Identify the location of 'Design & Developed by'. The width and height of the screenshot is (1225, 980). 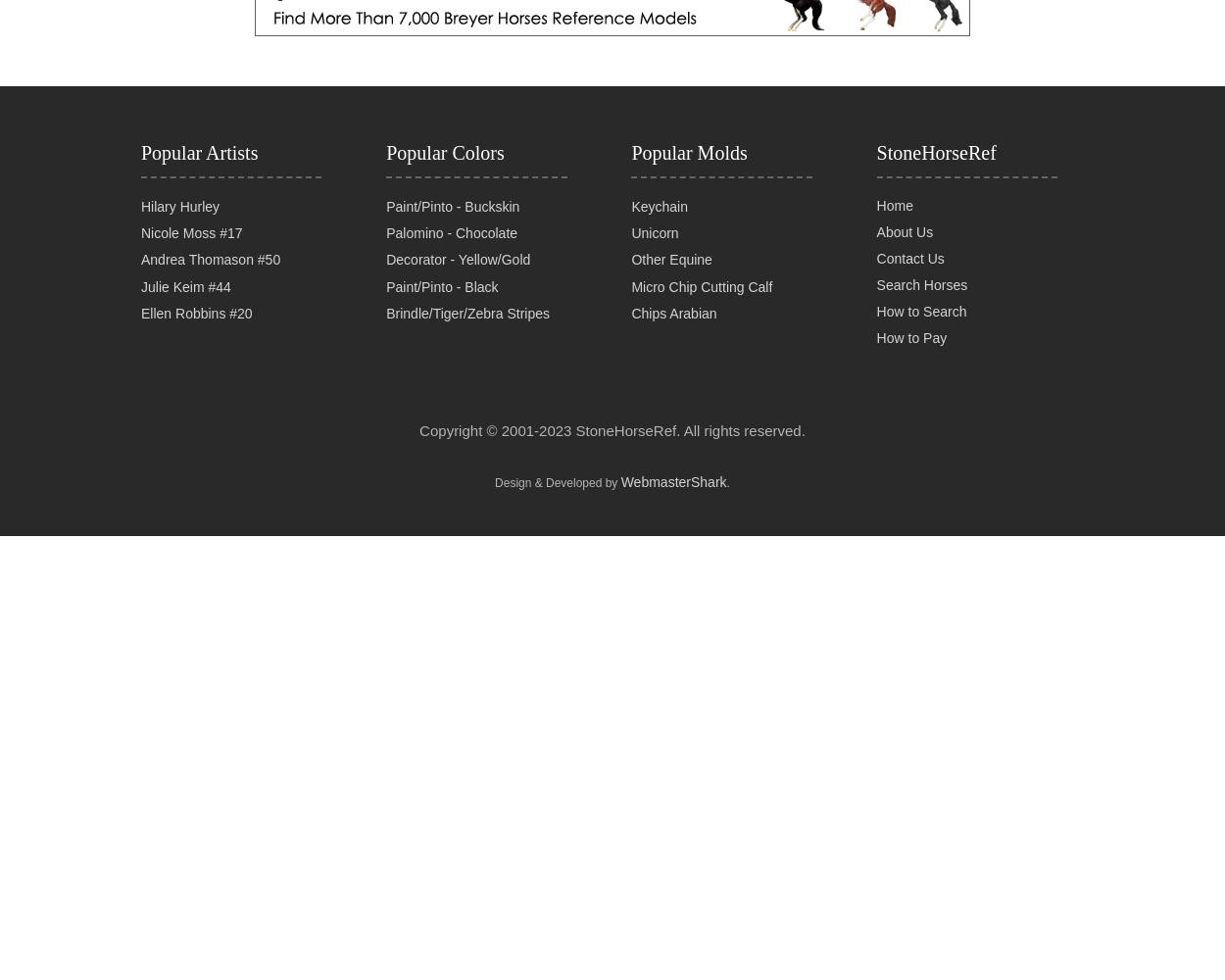
(557, 481).